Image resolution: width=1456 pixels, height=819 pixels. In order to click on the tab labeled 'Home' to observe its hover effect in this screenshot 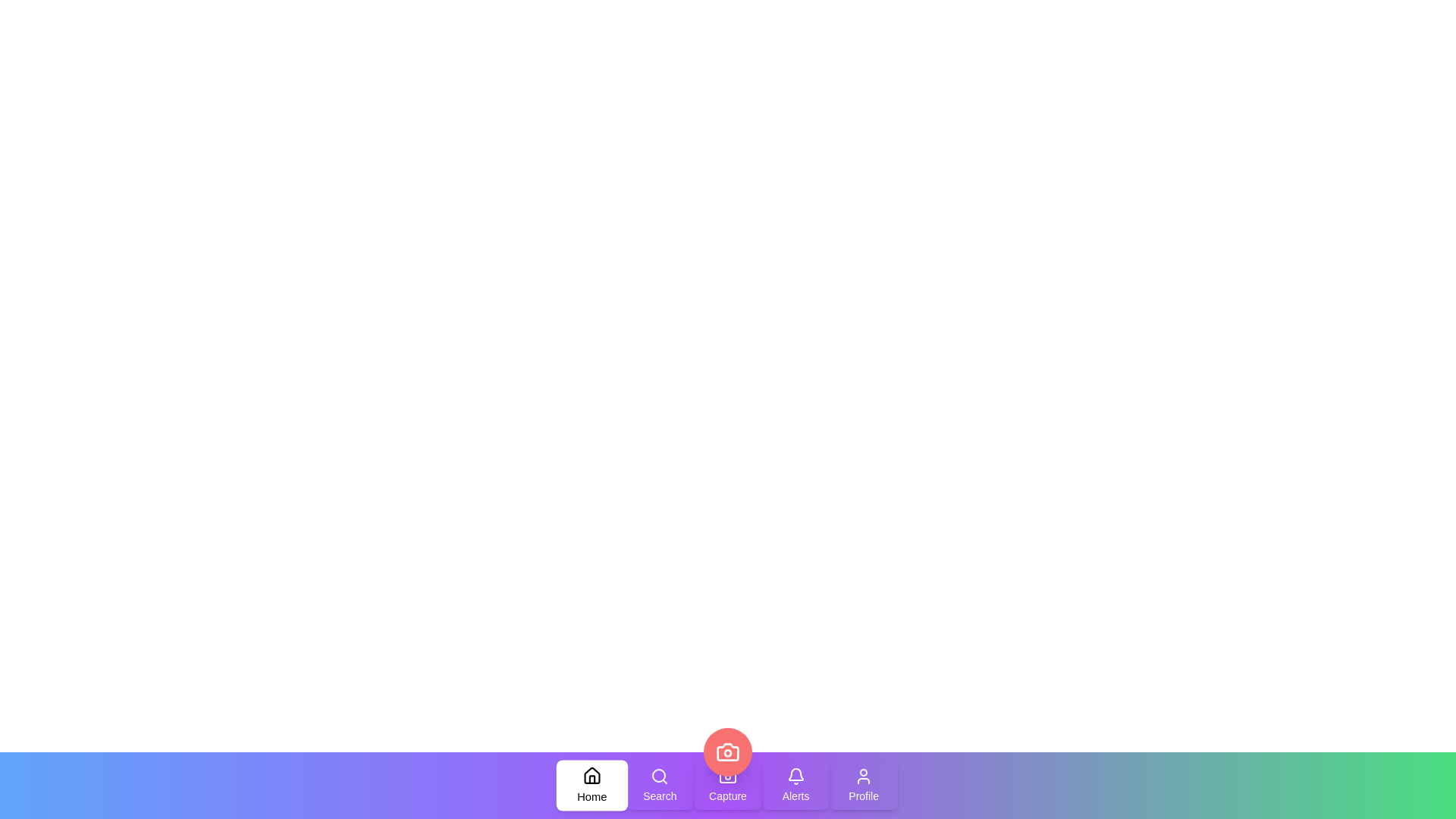, I will do `click(591, 785)`.